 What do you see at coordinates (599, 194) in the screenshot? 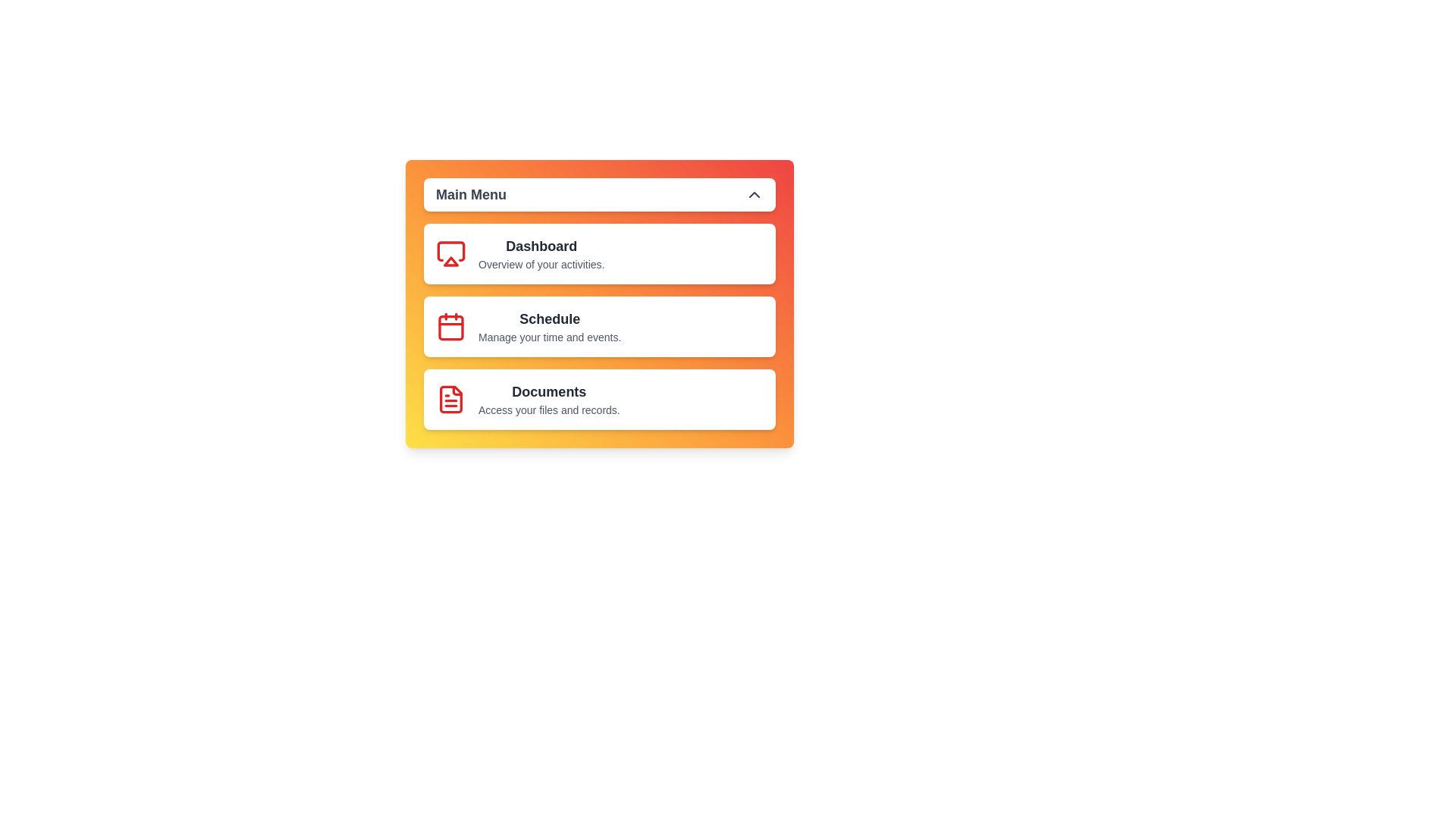
I see `the 'Main Menu' button to toggle the visibility of the menu` at bounding box center [599, 194].